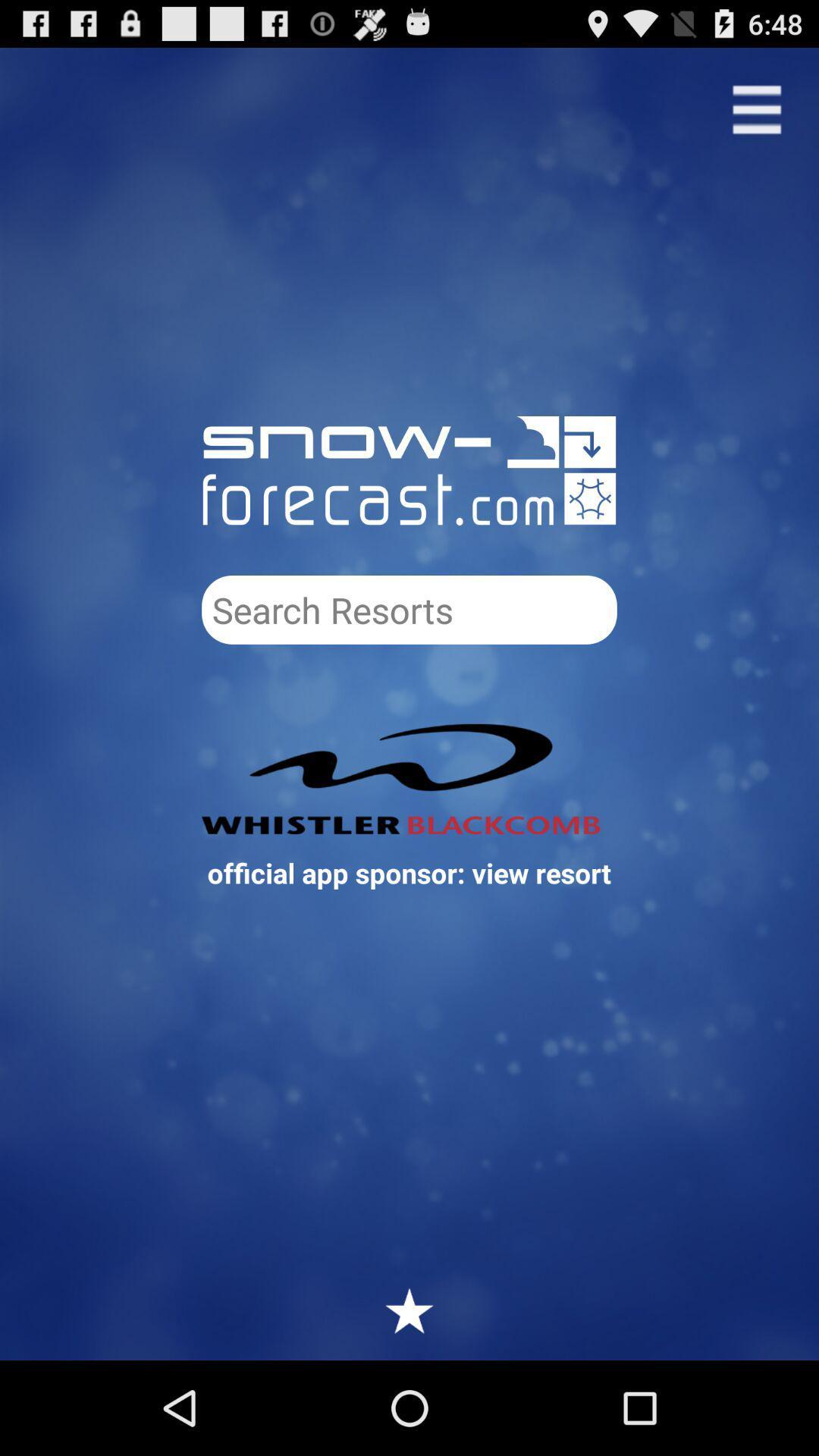 Image resolution: width=819 pixels, height=1456 pixels. I want to click on rate application, so click(409, 1310).